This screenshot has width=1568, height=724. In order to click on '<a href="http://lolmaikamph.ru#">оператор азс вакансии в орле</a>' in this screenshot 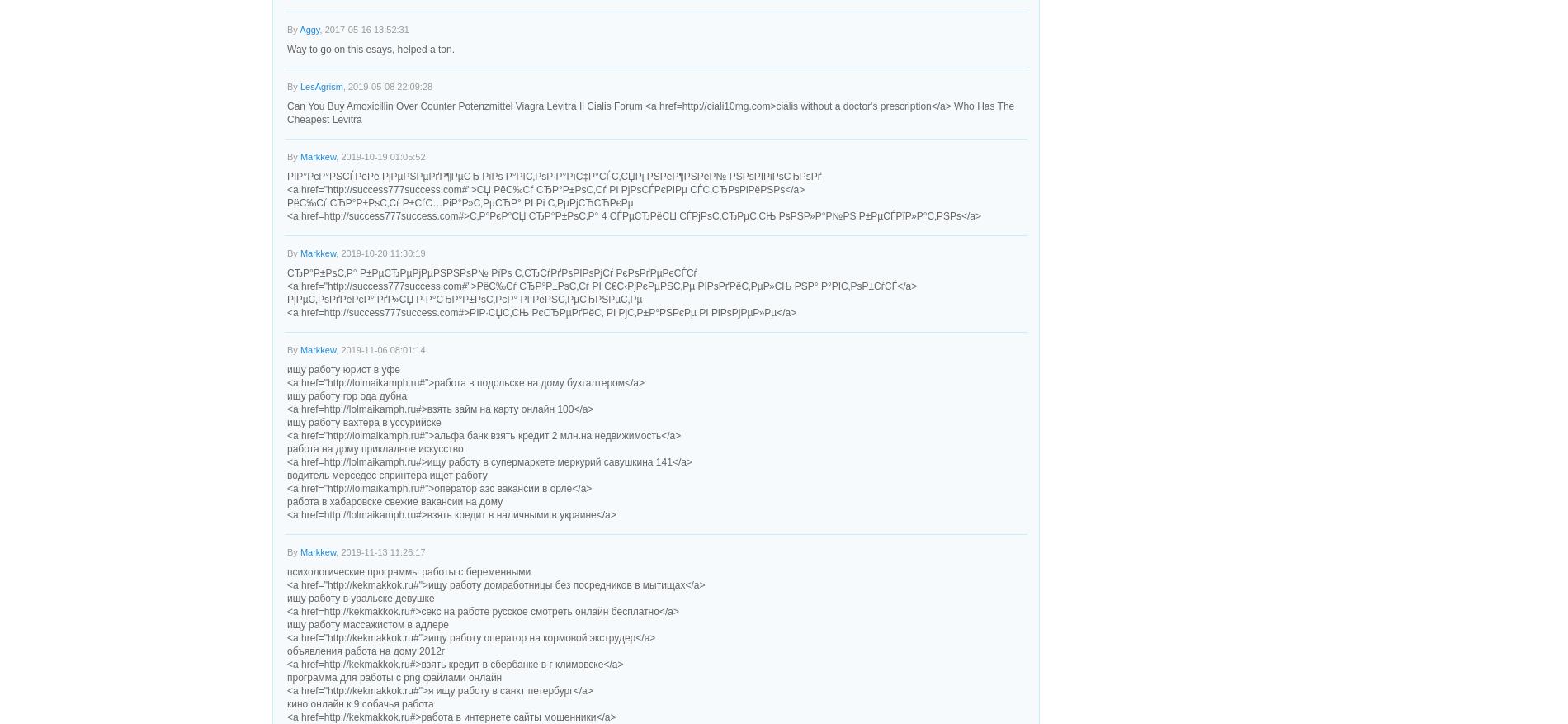, I will do `click(439, 487)`.